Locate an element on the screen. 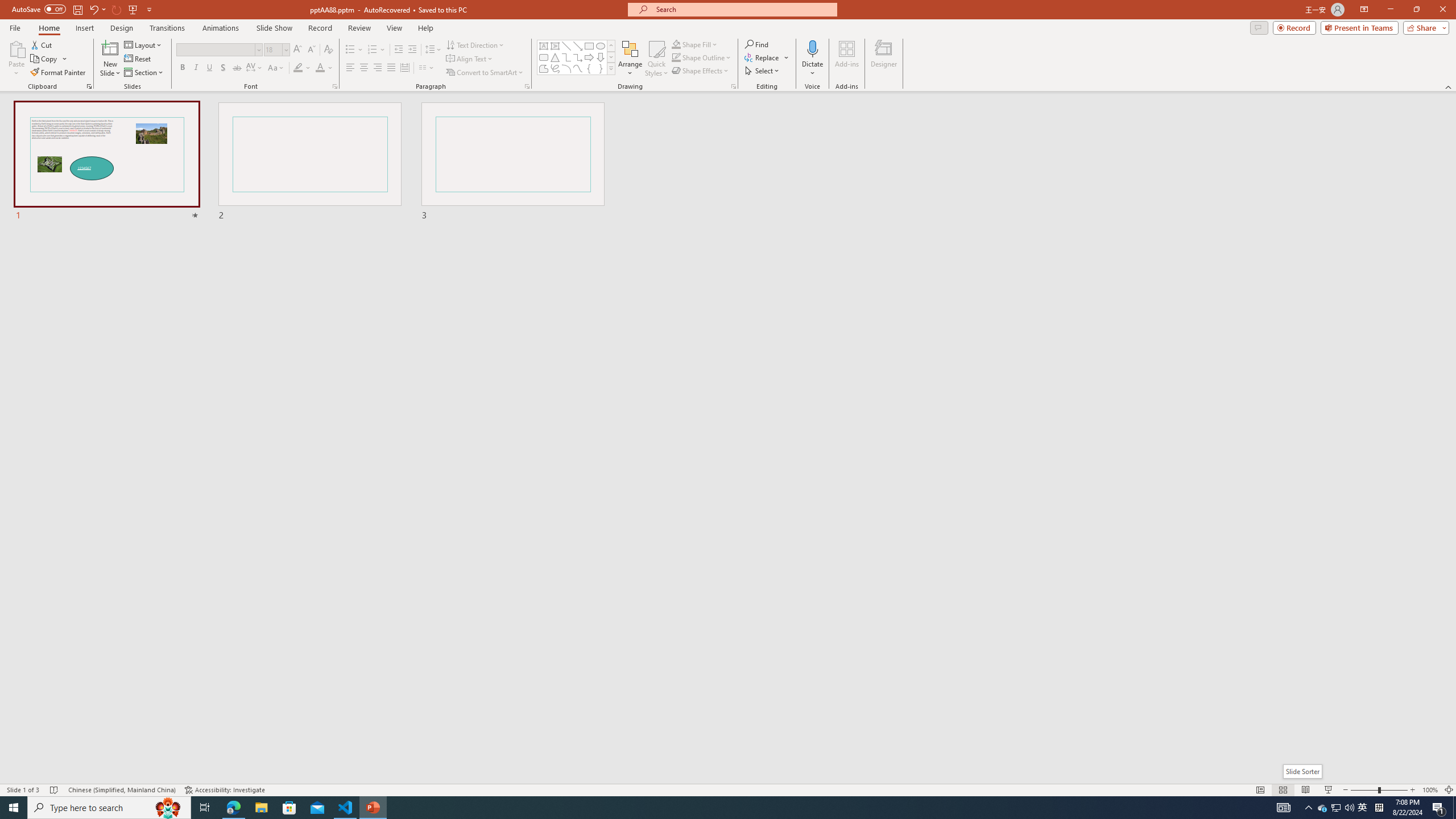 The image size is (1456, 819). 'Zoom Out' is located at coordinates (1363, 790).